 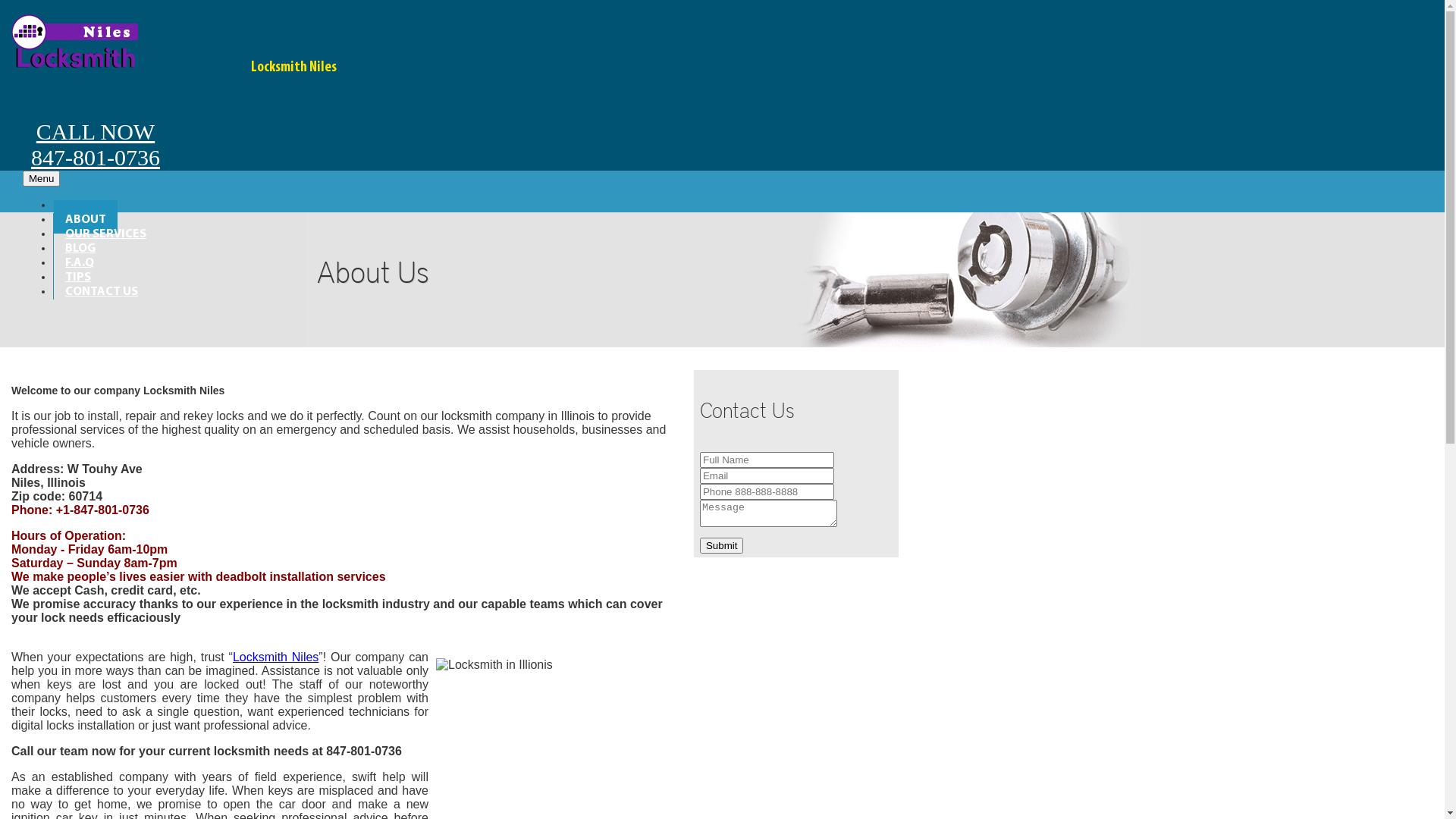 I want to click on 'F.A.Q', so click(x=79, y=259).